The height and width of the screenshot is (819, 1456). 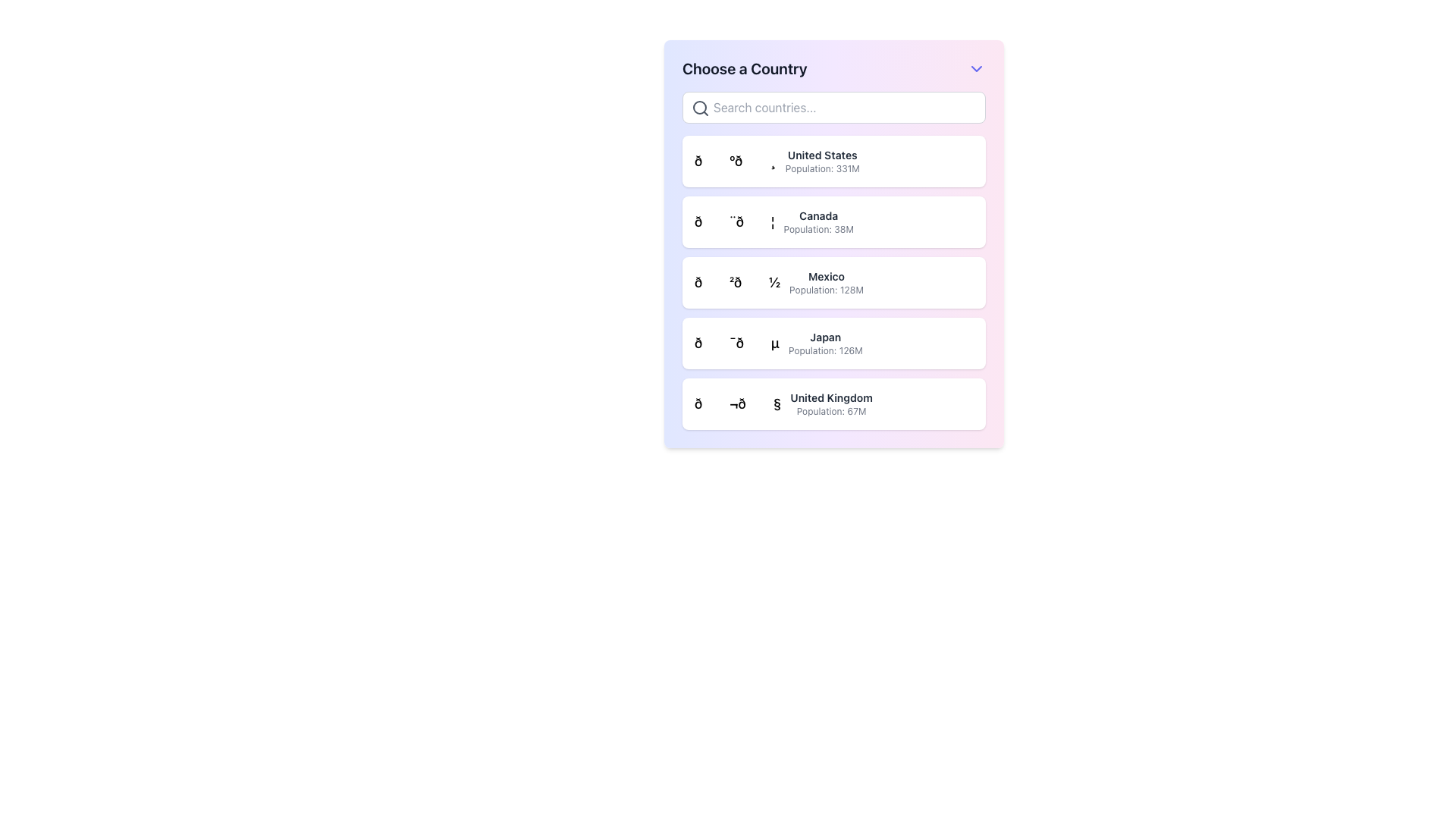 What do you see at coordinates (817, 216) in the screenshot?
I see `text contained in the Text label that indicates the name of a country, positioned in the second row above the text 'Population: 38M'` at bounding box center [817, 216].